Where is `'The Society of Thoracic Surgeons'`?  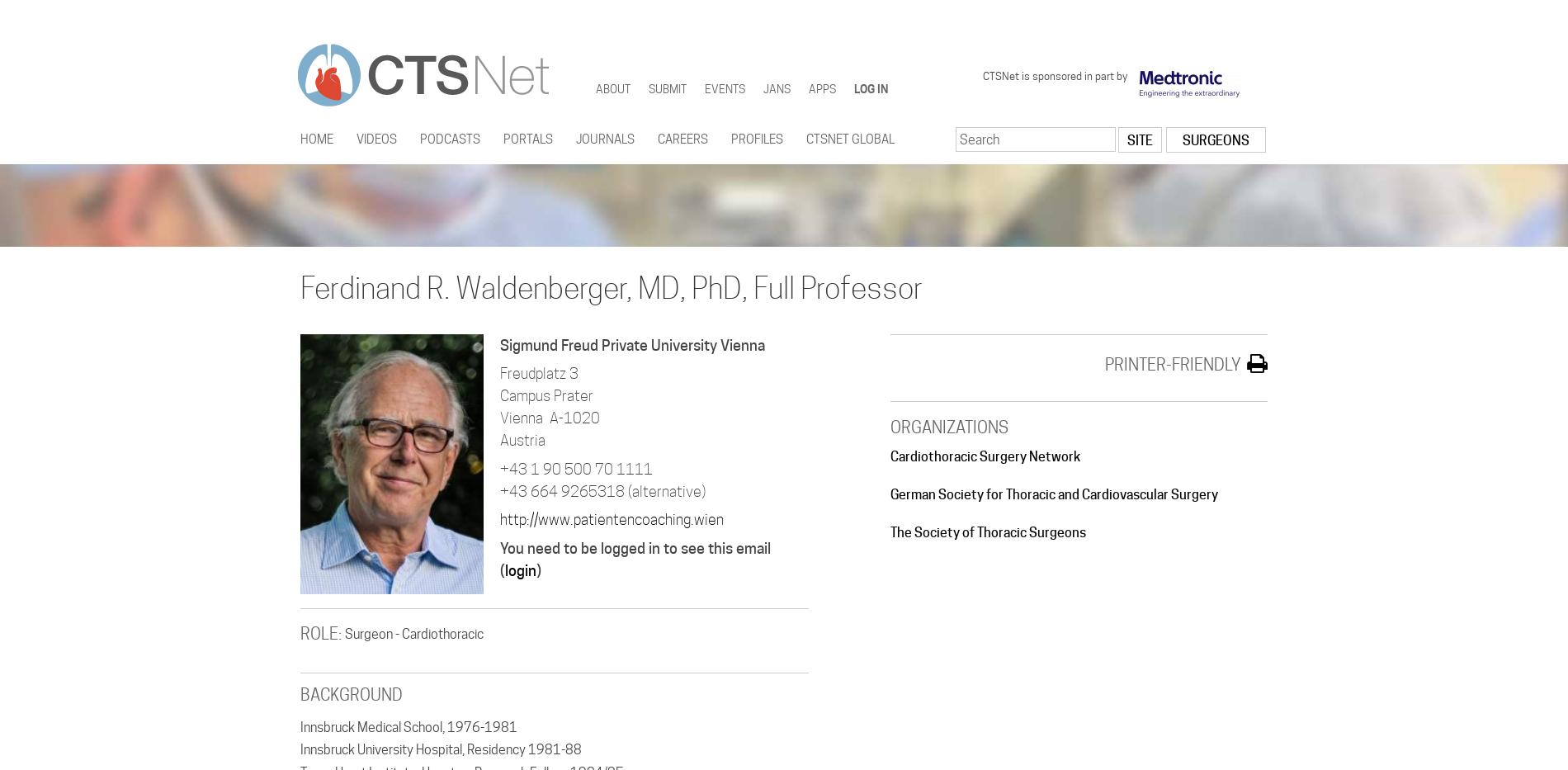
'The Society of Thoracic Surgeons' is located at coordinates (986, 531).